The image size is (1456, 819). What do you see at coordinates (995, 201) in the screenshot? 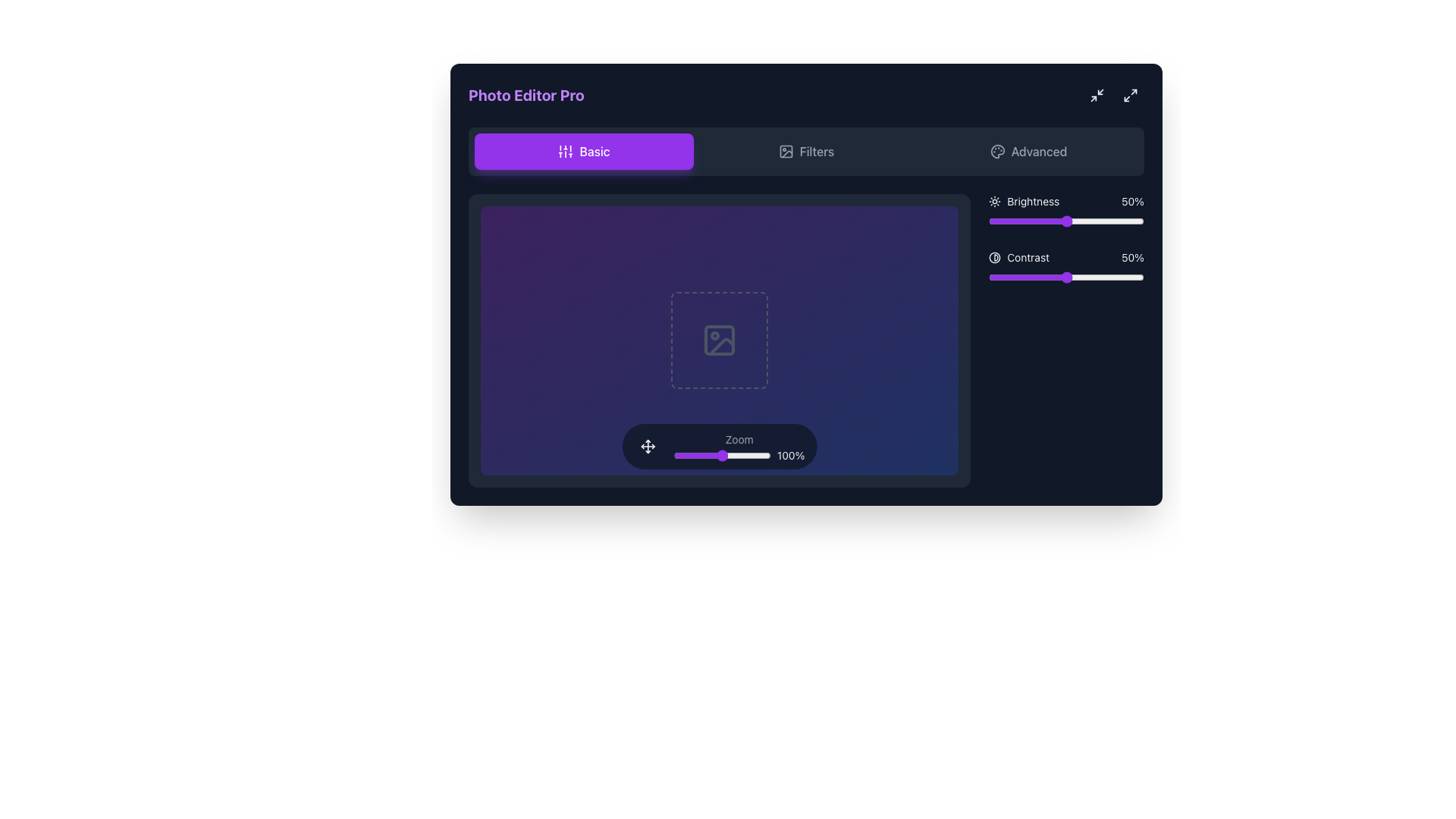
I see `the sun-shaped icon located in the top-right section of the interface, to the left of the 'Brightness' label` at bounding box center [995, 201].